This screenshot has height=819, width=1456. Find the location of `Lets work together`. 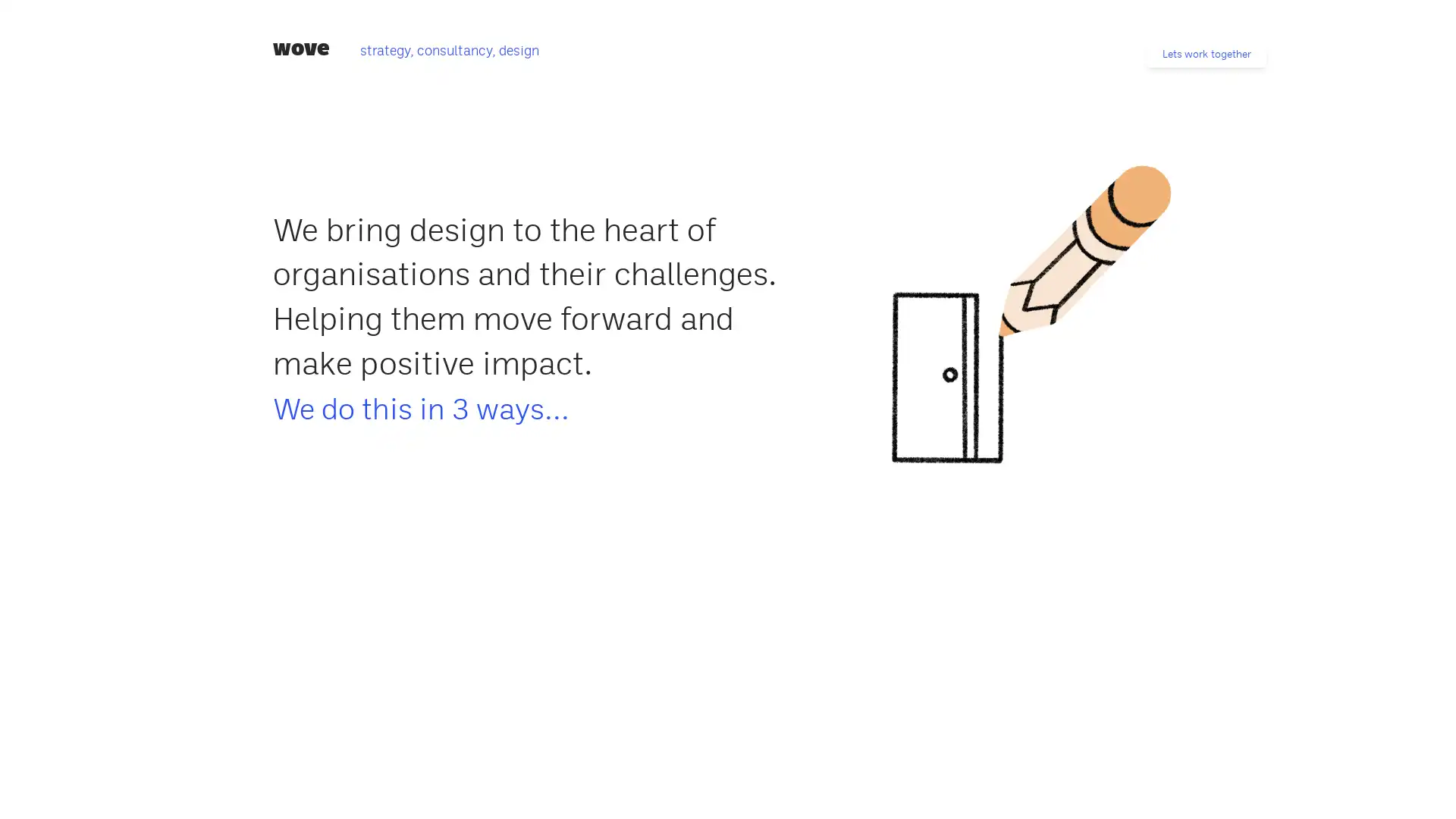

Lets work together is located at coordinates (1206, 53).